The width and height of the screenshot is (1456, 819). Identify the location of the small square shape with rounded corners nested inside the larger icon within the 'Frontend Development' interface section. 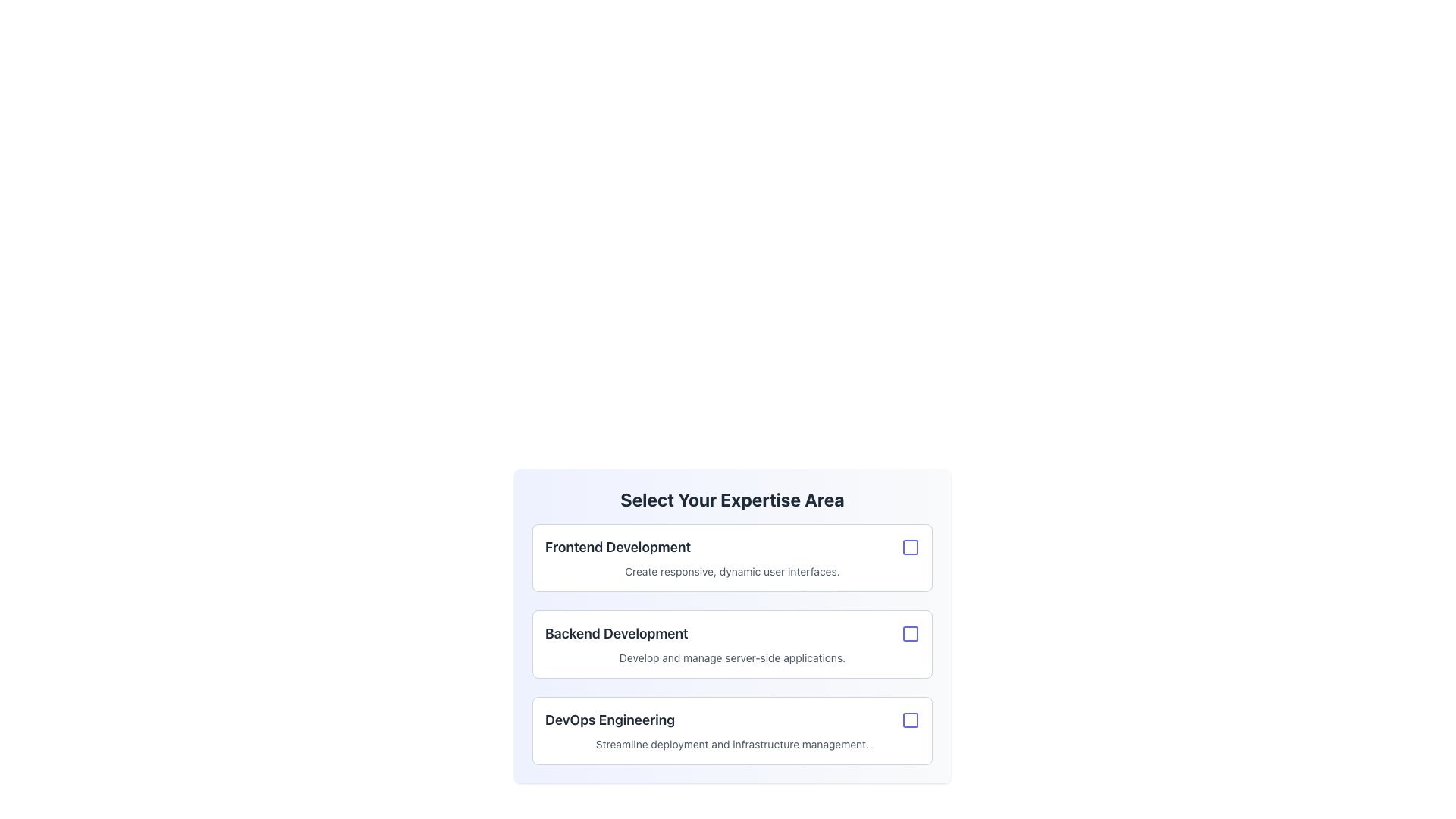
(910, 547).